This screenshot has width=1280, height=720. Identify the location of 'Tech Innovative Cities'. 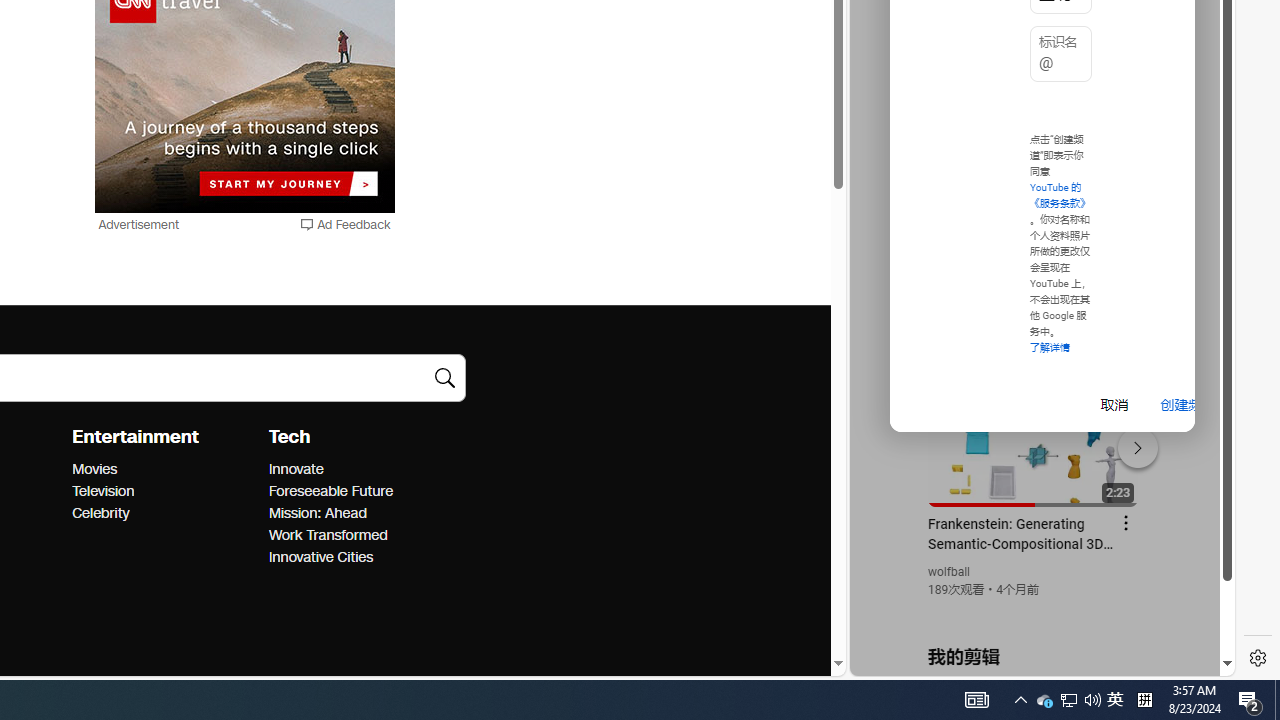
(320, 557).